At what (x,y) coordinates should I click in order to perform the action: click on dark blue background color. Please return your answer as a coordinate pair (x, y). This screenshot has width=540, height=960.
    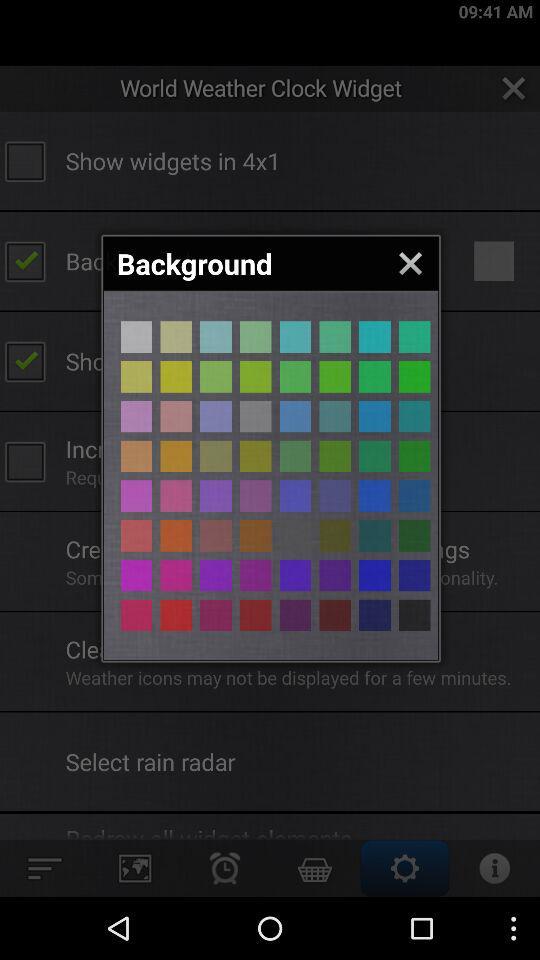
    Looking at the image, I should click on (374, 614).